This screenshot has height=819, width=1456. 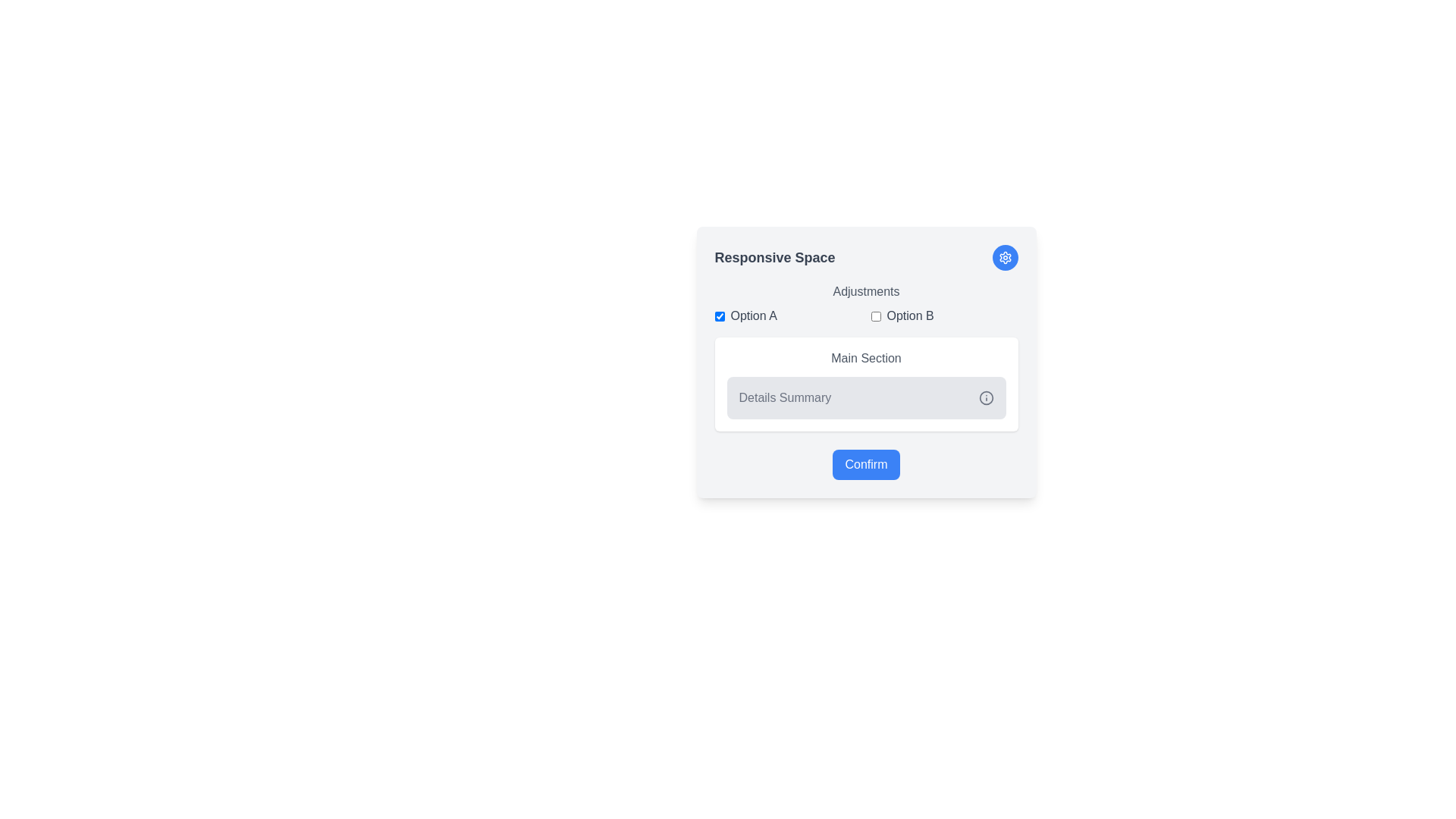 I want to click on the checkbox styled as a square with rounded corners and an unfilled border, located to the left of the text 'Option B', so click(x=876, y=315).